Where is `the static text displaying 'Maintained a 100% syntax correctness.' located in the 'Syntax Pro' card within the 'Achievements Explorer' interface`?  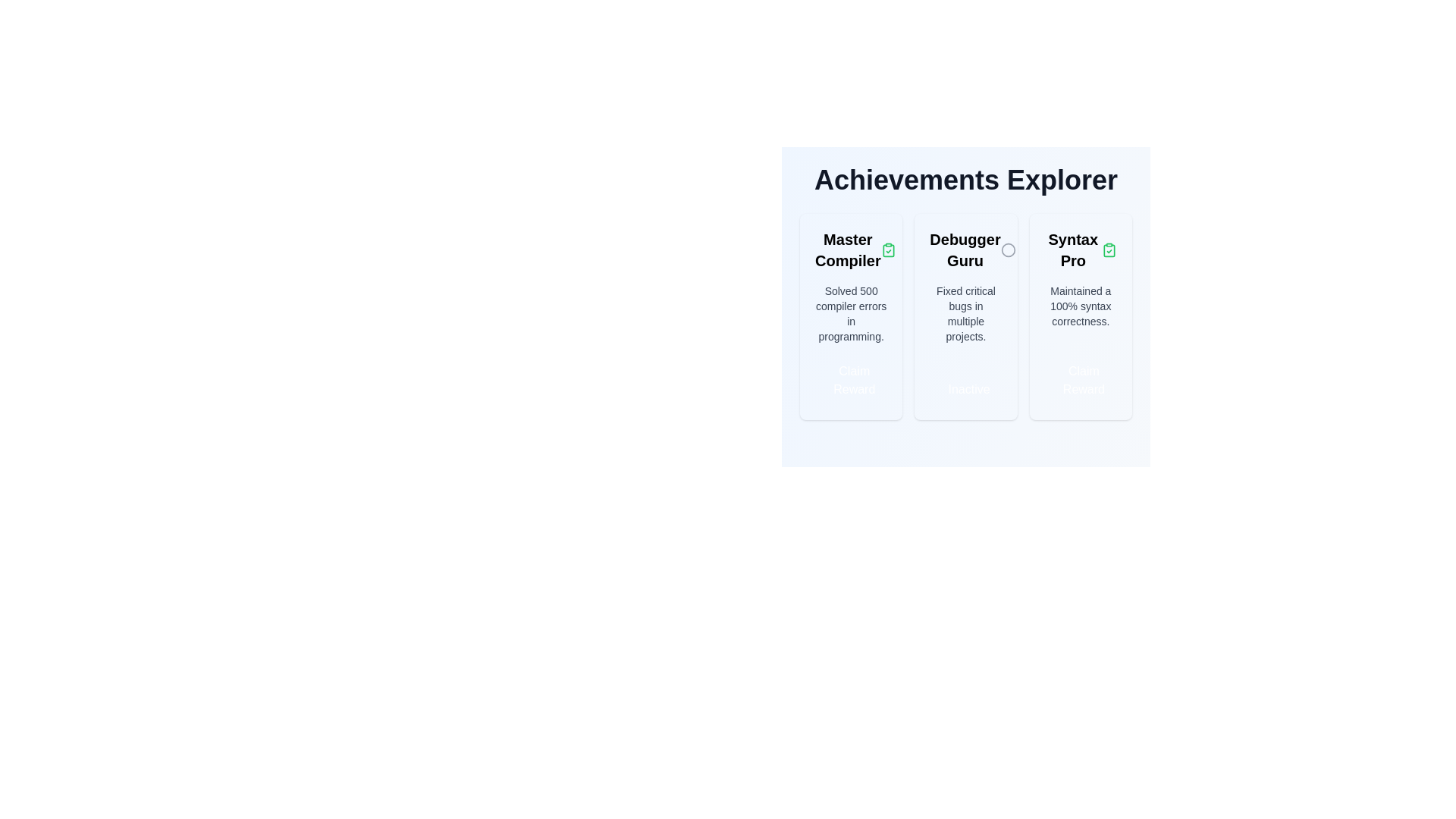
the static text displaying 'Maintained a 100% syntax correctness.' located in the 'Syntax Pro' card within the 'Achievements Explorer' interface is located at coordinates (1080, 306).